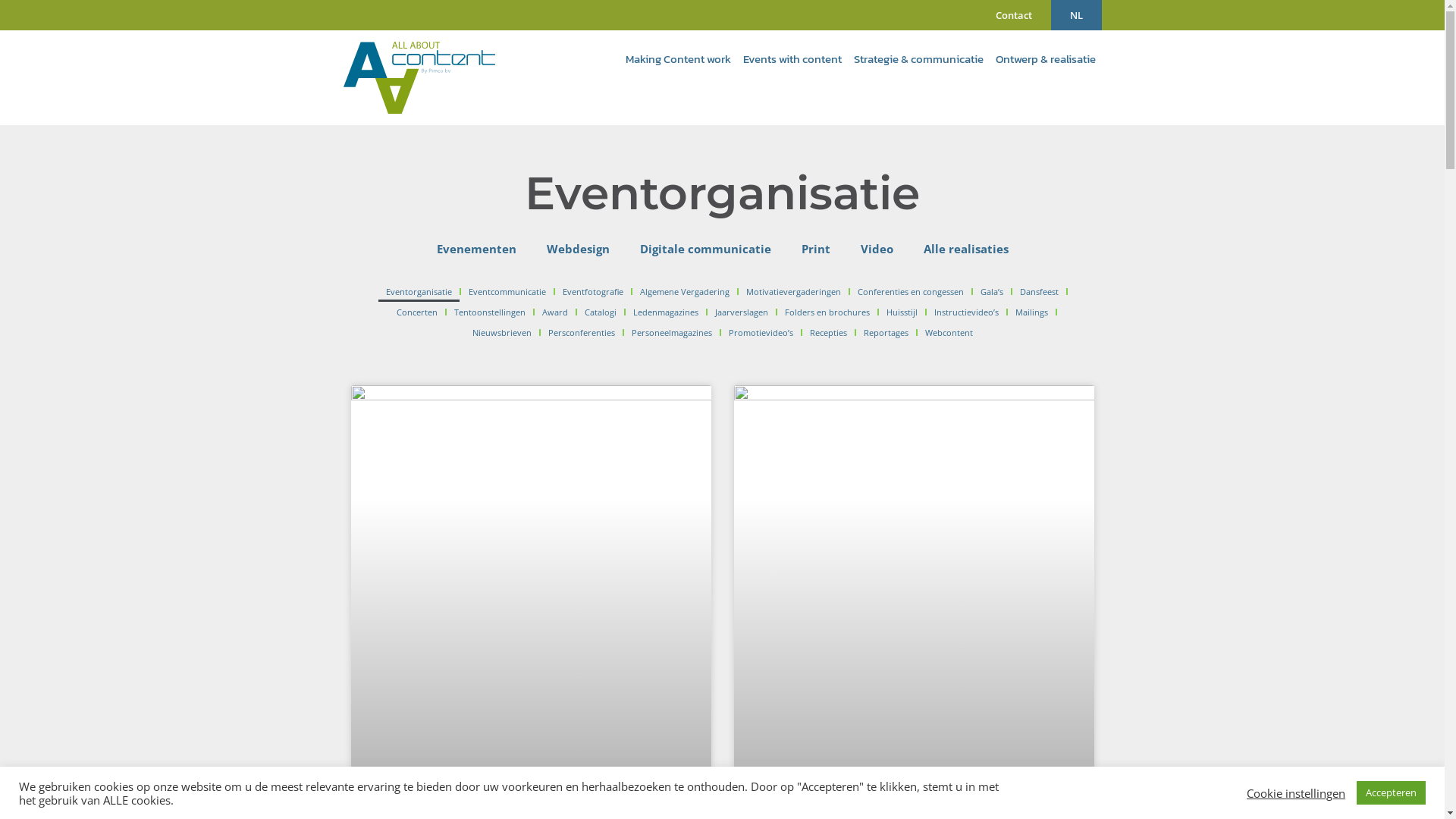  I want to click on 'Ledenmagazines', so click(625, 312).